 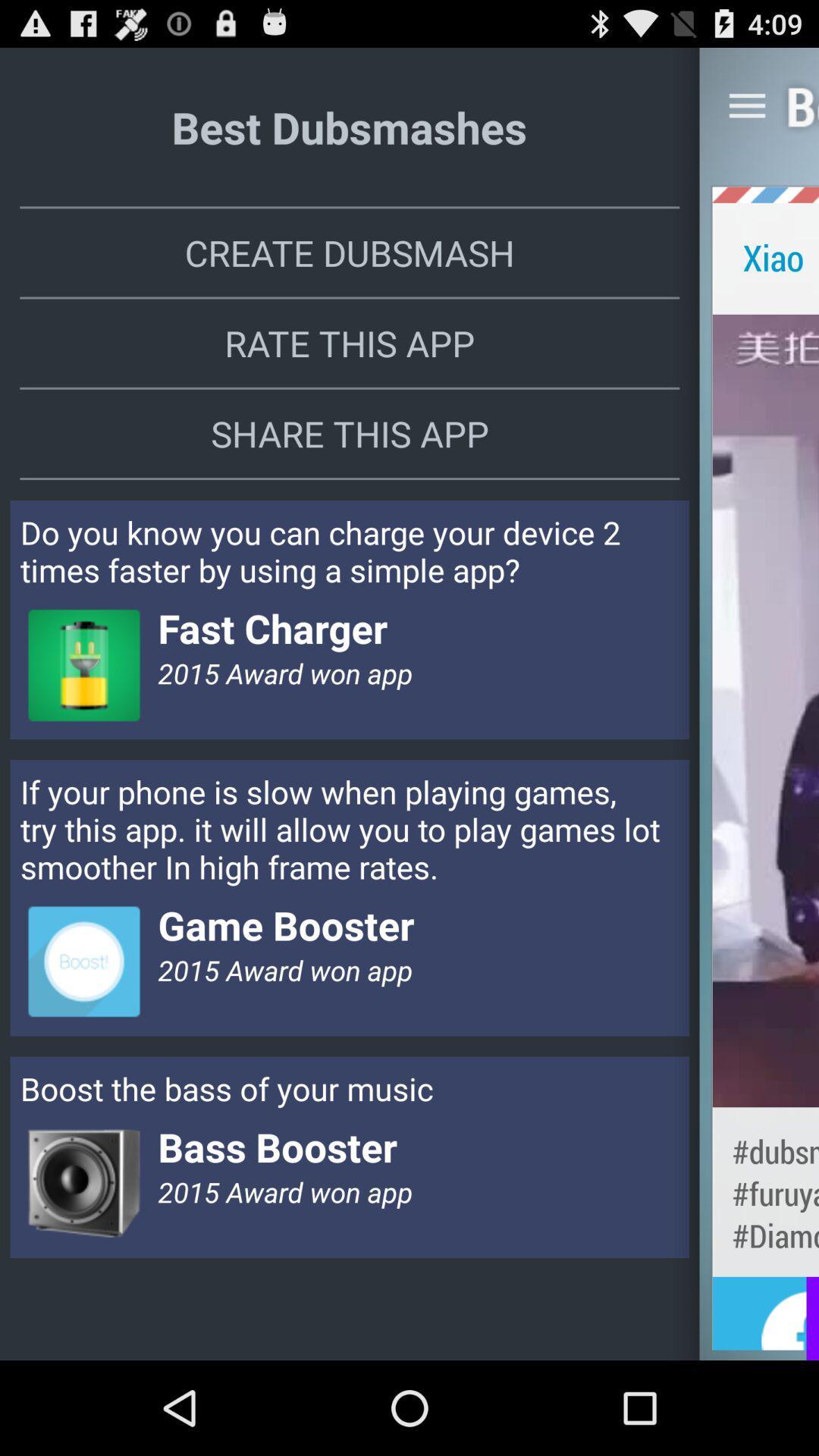 I want to click on the app next to create dubsmash item, so click(x=765, y=257).